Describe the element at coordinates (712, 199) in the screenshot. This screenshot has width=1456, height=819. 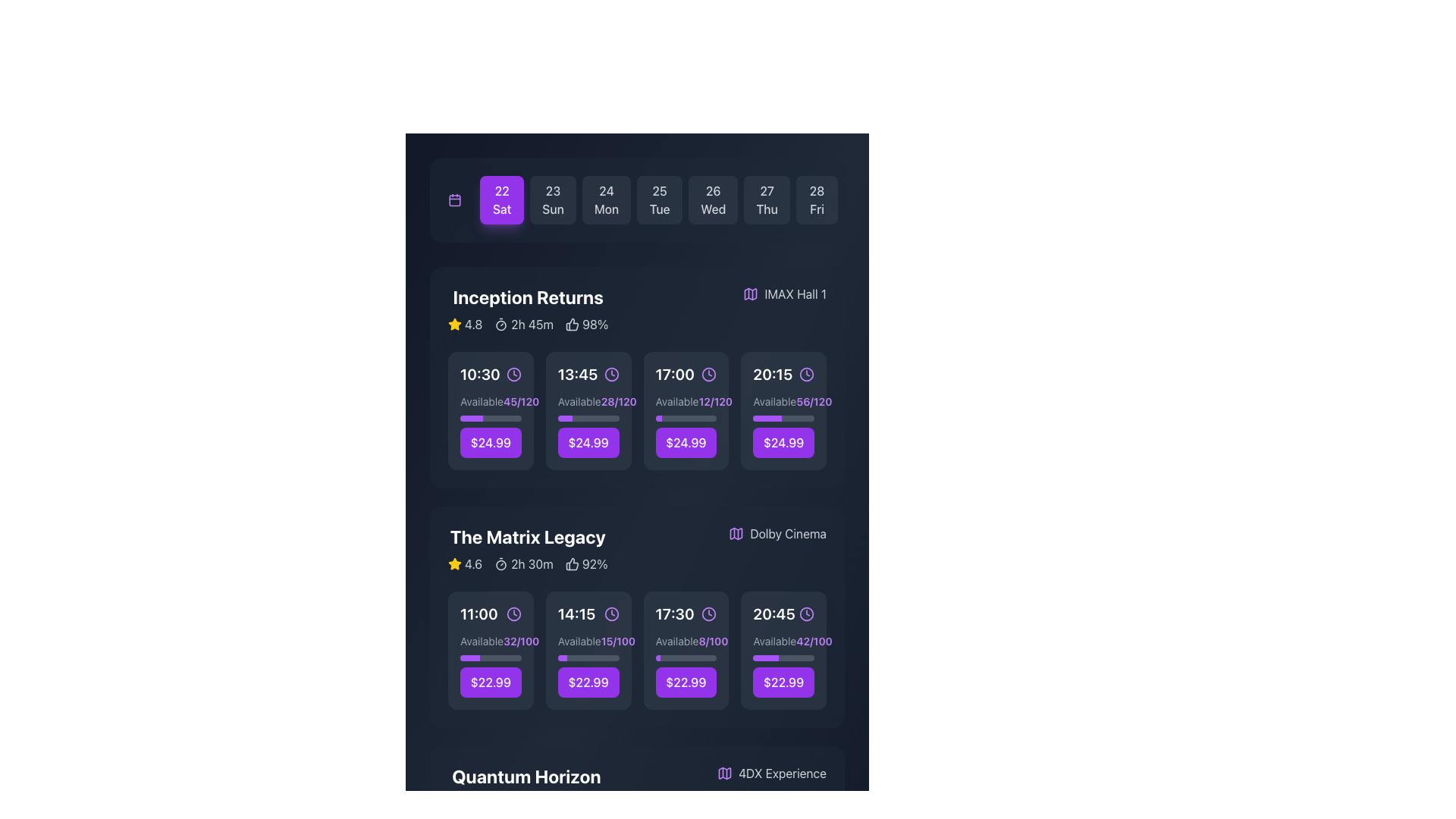
I see `the date selection button displaying '26 Wed'` at that location.